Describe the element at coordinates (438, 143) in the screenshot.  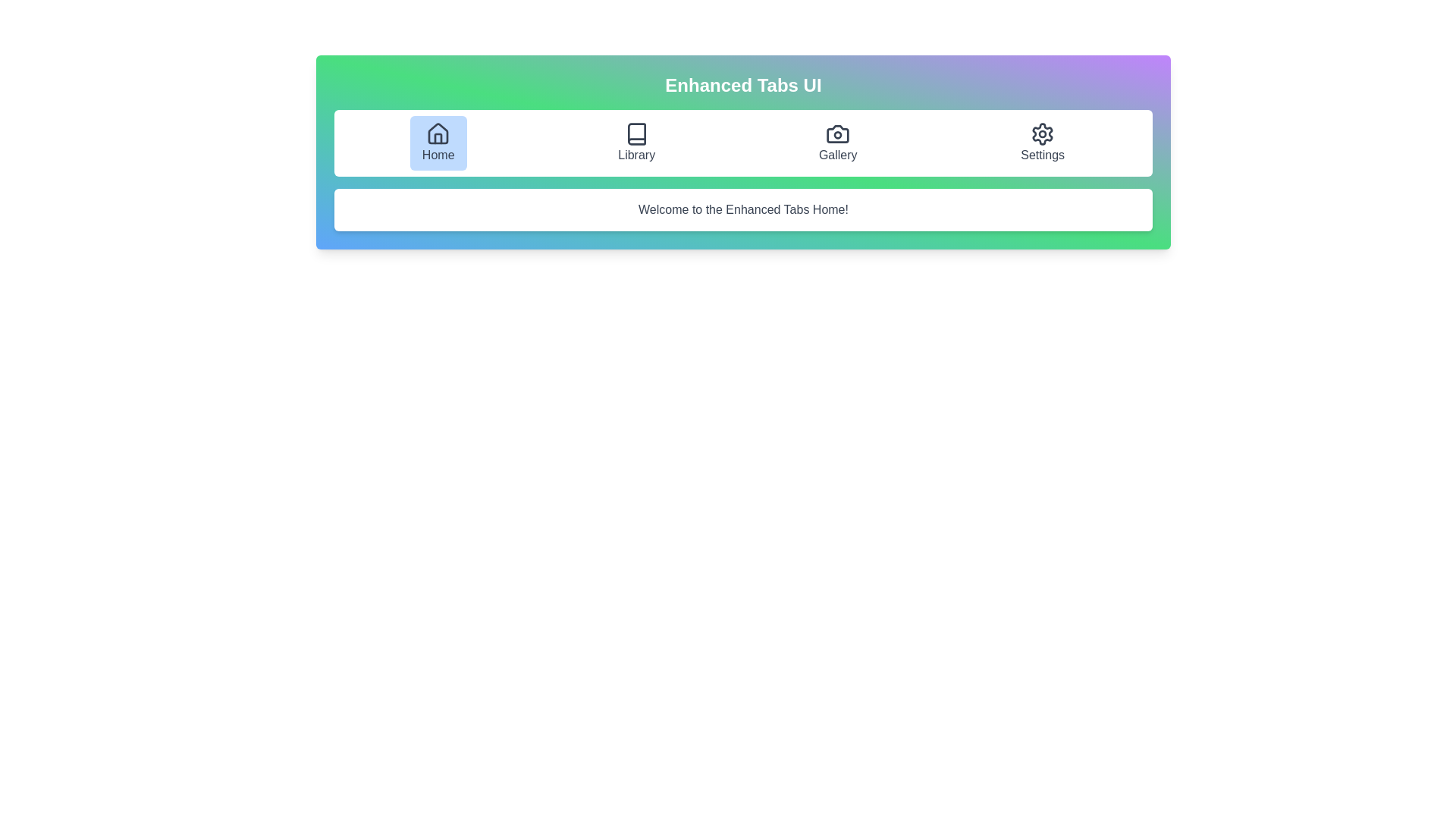
I see `the tab labeled Home` at that location.